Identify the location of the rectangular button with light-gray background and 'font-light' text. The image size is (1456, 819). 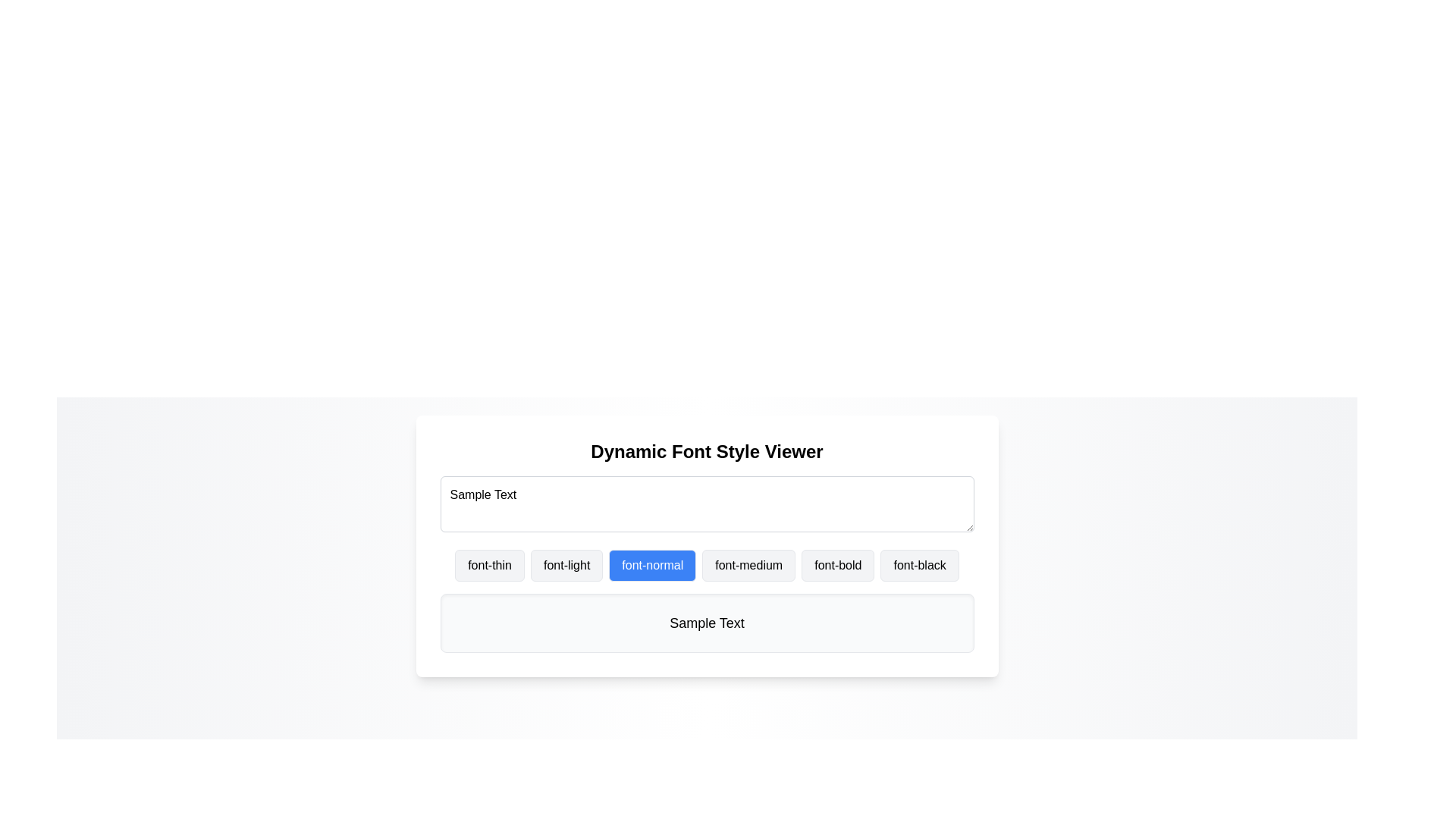
(566, 565).